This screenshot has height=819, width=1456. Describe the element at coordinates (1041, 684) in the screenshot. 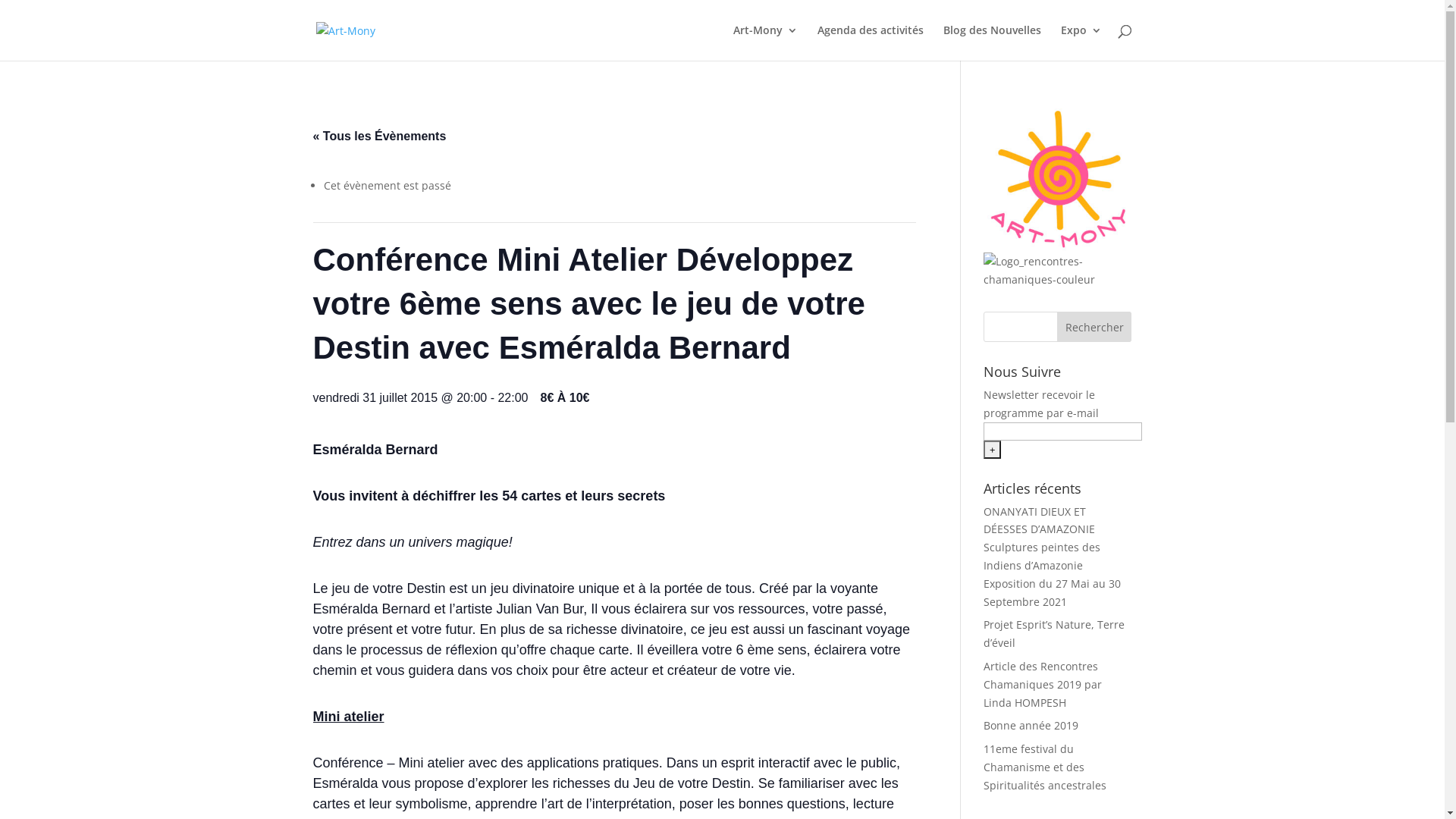

I see `'Article des Rencontres Chamaniques 2019 par Linda HOMPESH'` at that location.